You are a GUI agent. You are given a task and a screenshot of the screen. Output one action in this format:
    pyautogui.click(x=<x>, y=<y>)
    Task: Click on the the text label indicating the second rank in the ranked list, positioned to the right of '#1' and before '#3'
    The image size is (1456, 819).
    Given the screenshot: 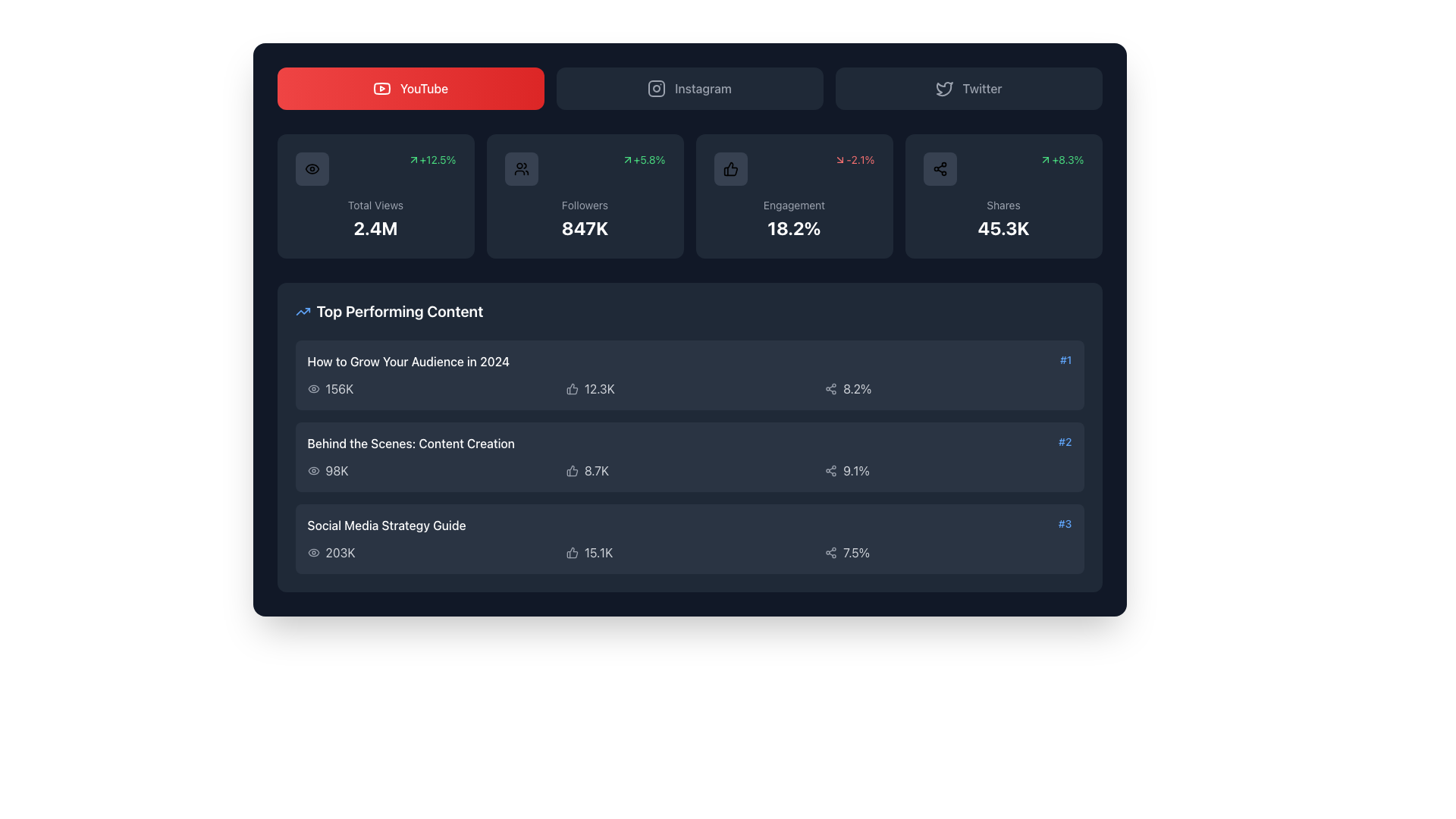 What is the action you would take?
    pyautogui.click(x=1064, y=441)
    